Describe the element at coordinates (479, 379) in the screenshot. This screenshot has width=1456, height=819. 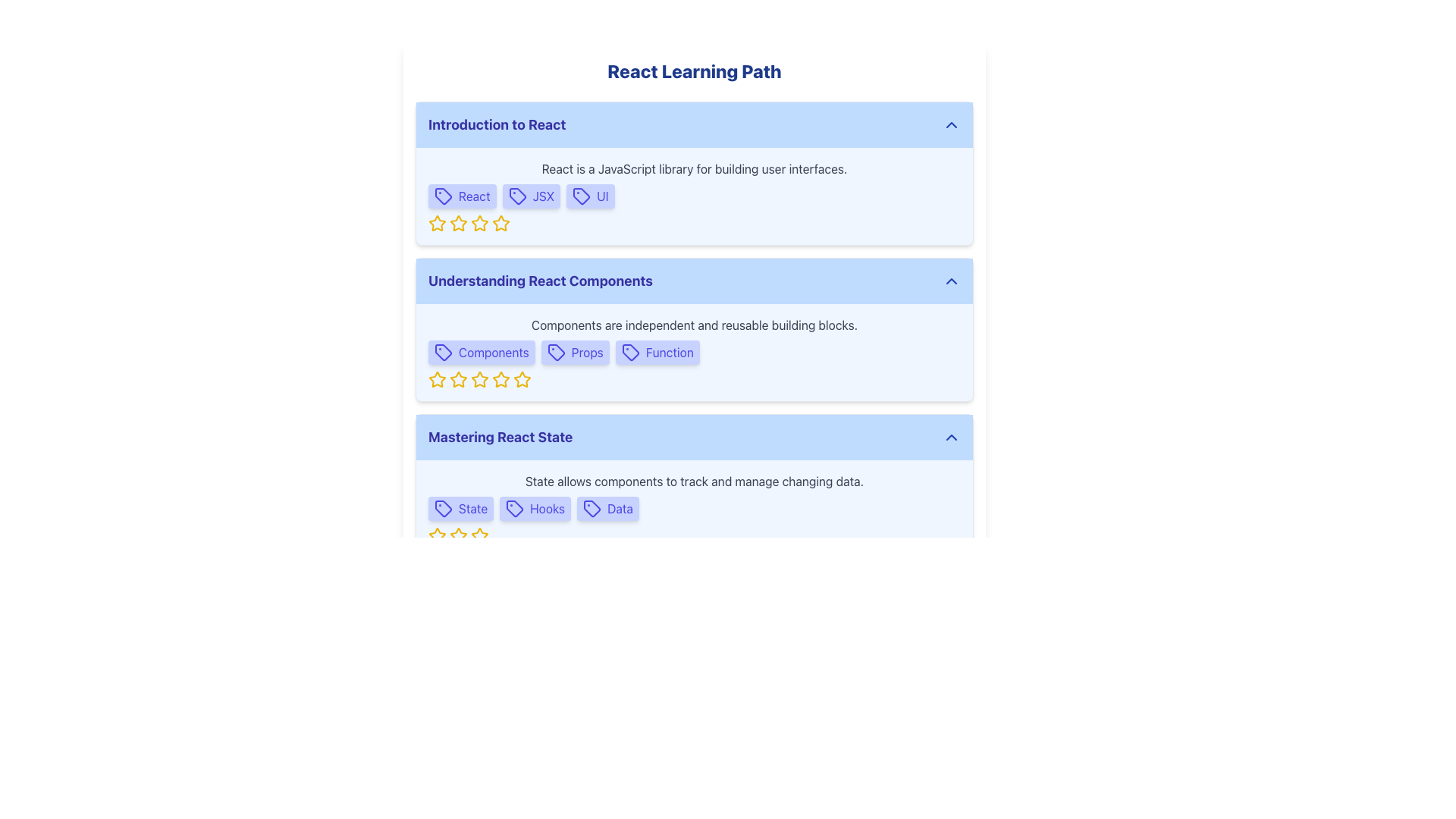
I see `the fourth star icon in the rating section of the 'Understanding React Components' learning module` at that location.